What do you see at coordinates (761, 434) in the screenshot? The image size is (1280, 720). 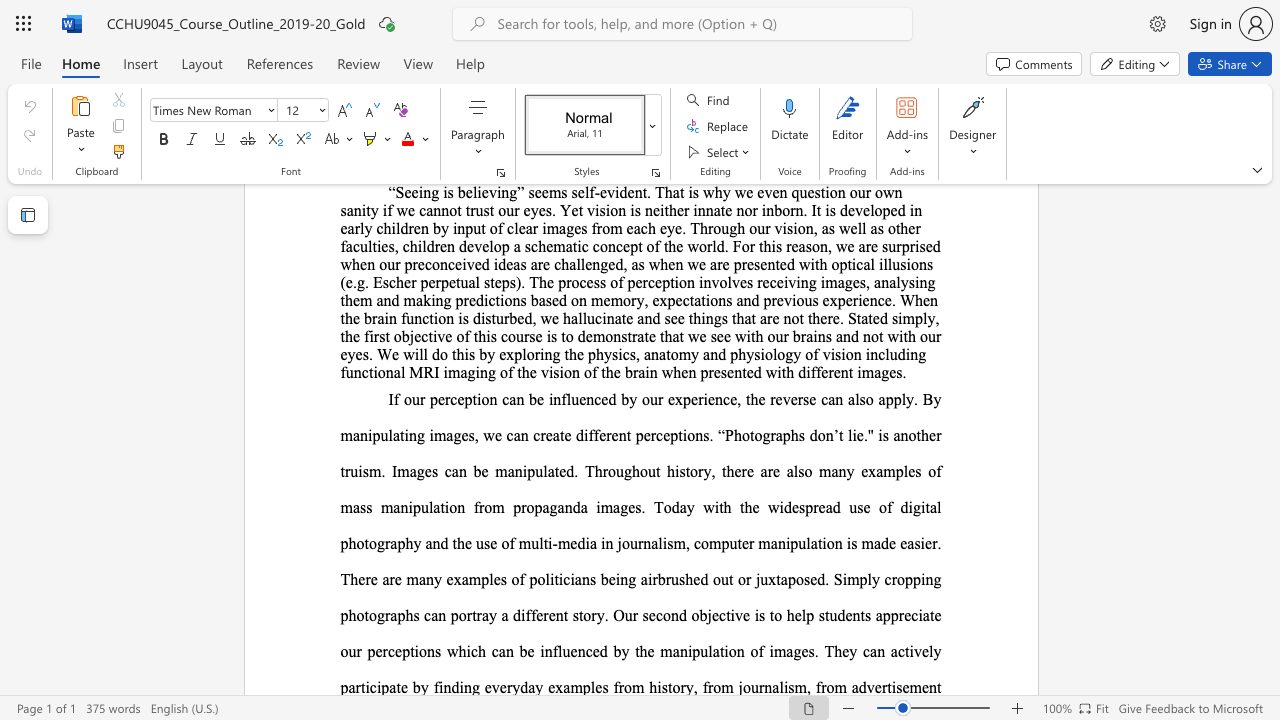 I see `the subset text "graphs don’t lie." within the text "If our perception can be influenced by our experience, the reverse can also apply. By manipulating images, we can create different perceptions. “Photographs don’t lie."` at bounding box center [761, 434].